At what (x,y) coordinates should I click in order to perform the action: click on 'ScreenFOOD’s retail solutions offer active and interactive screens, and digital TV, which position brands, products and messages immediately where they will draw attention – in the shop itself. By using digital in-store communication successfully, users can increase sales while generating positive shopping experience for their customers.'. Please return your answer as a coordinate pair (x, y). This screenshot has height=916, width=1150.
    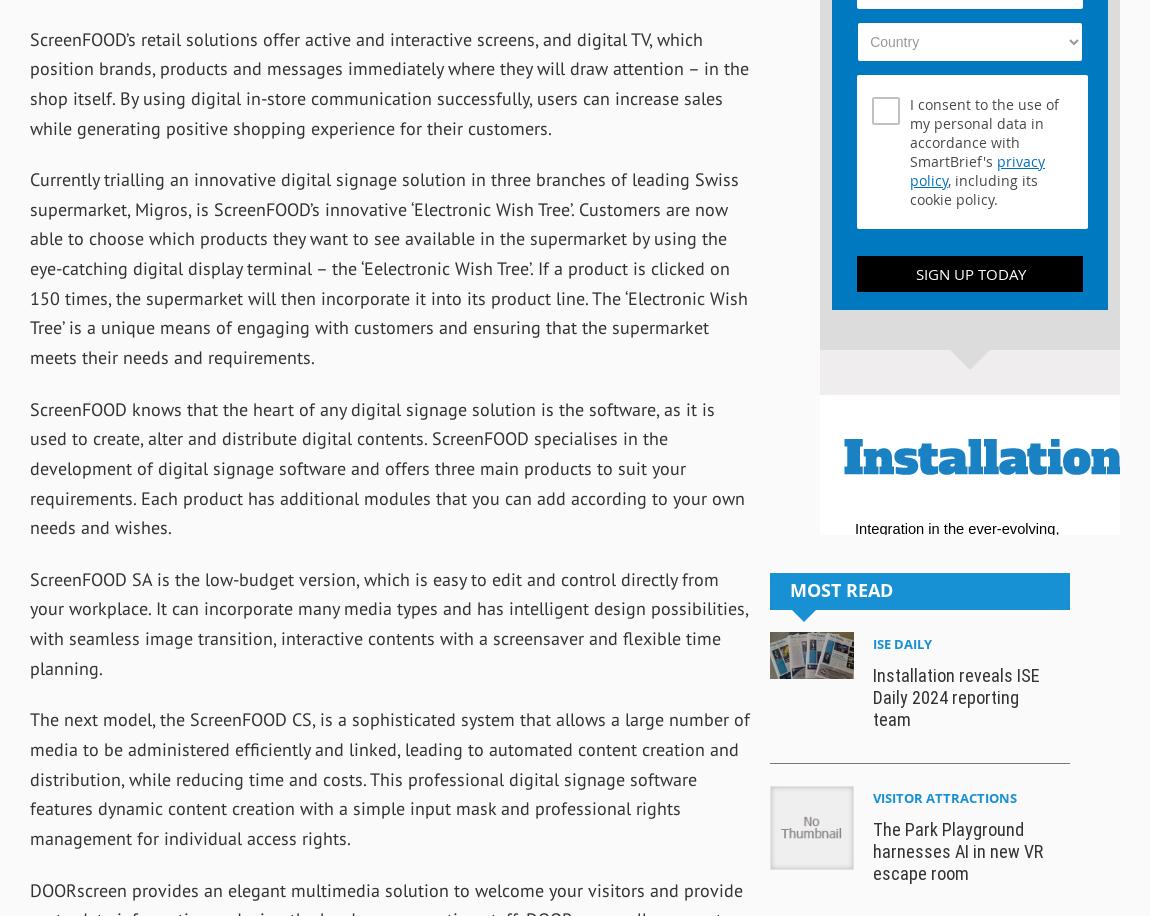
    Looking at the image, I should click on (27, 81).